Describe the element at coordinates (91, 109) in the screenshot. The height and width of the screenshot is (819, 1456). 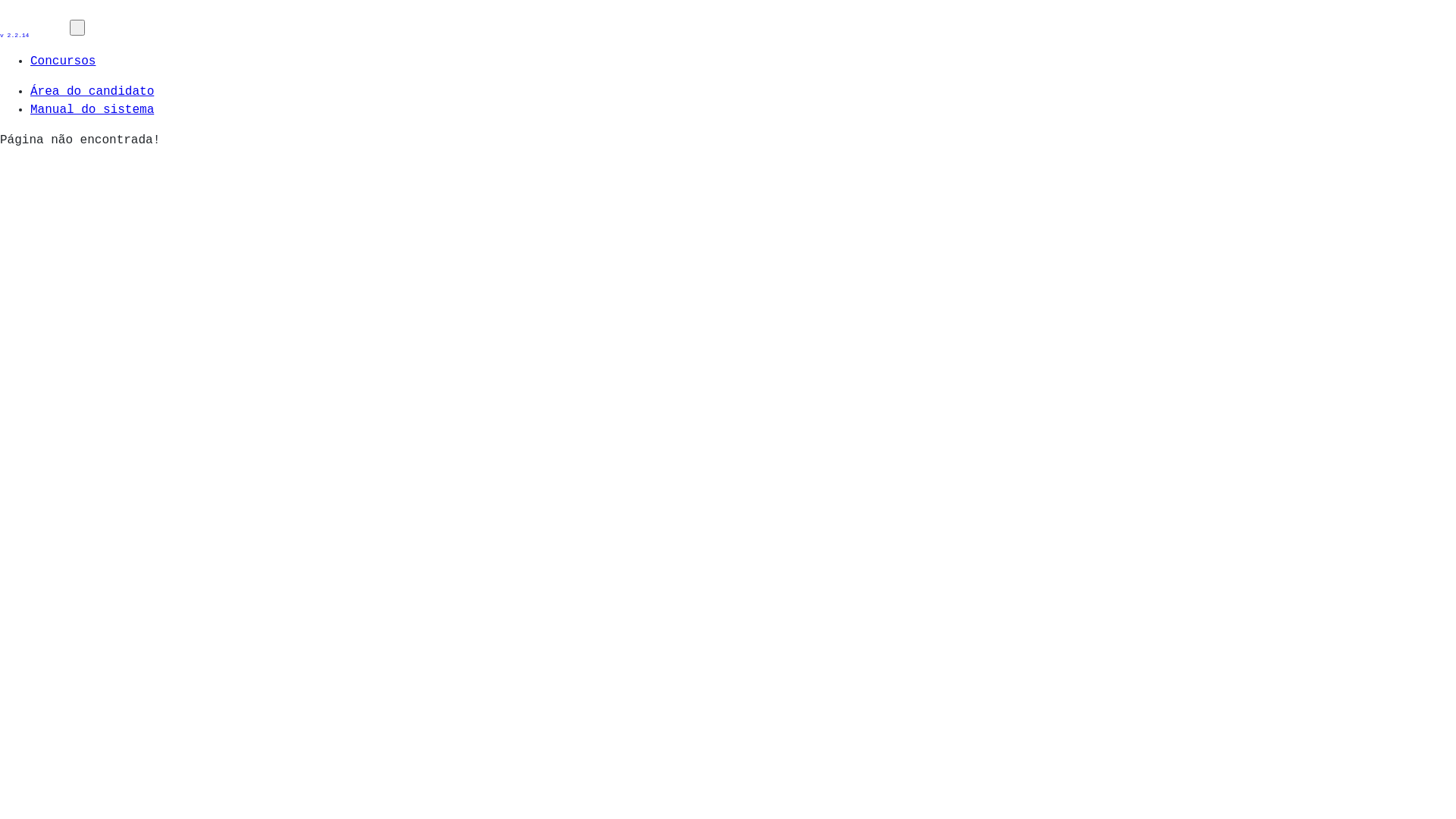
I see `'Manual do sistema'` at that location.